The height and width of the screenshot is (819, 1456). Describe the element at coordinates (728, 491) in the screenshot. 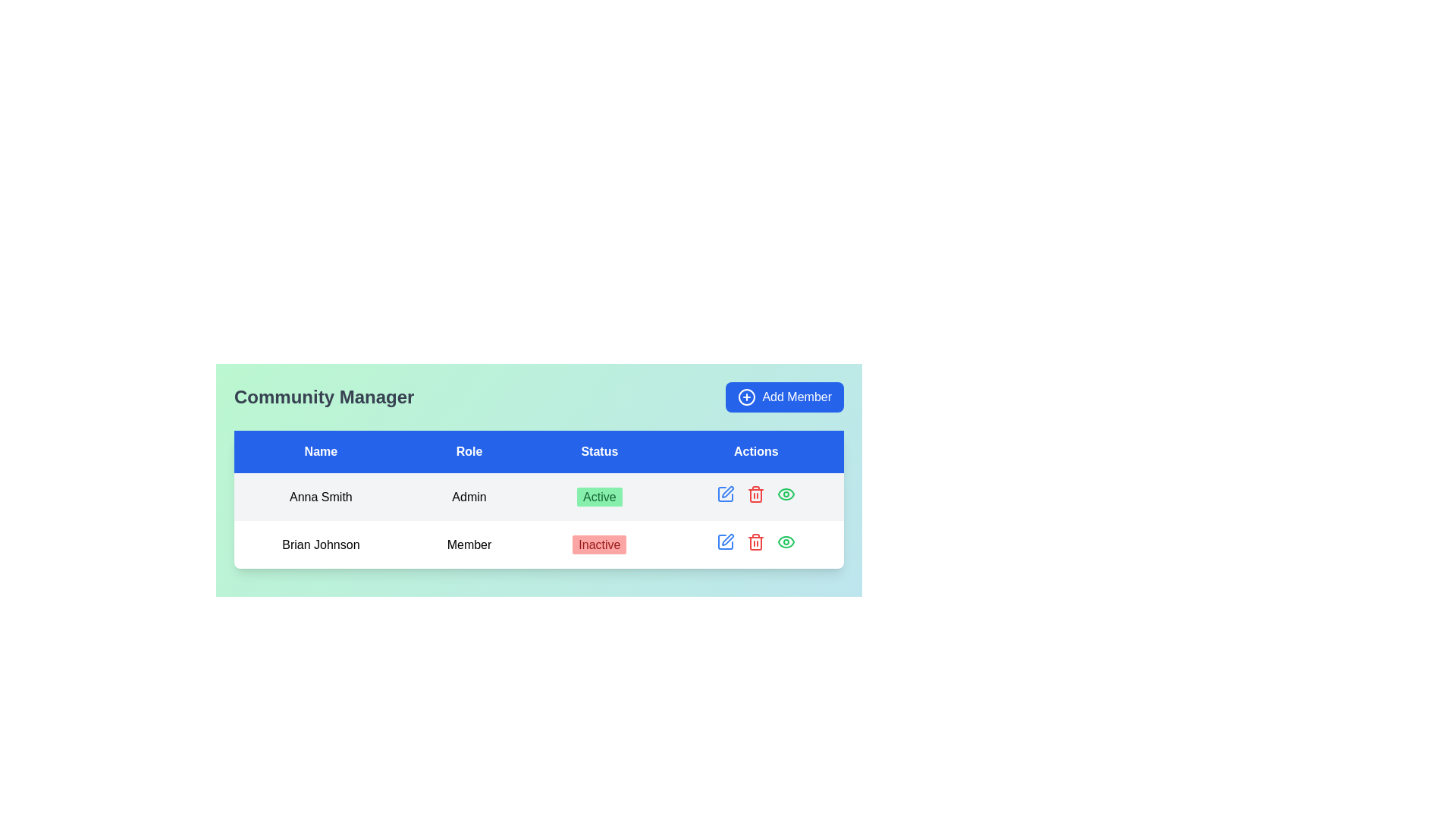

I see `the edit icon located in the 'Actions' column of the second row for 'Brian Johnson' to initiate editing` at that location.